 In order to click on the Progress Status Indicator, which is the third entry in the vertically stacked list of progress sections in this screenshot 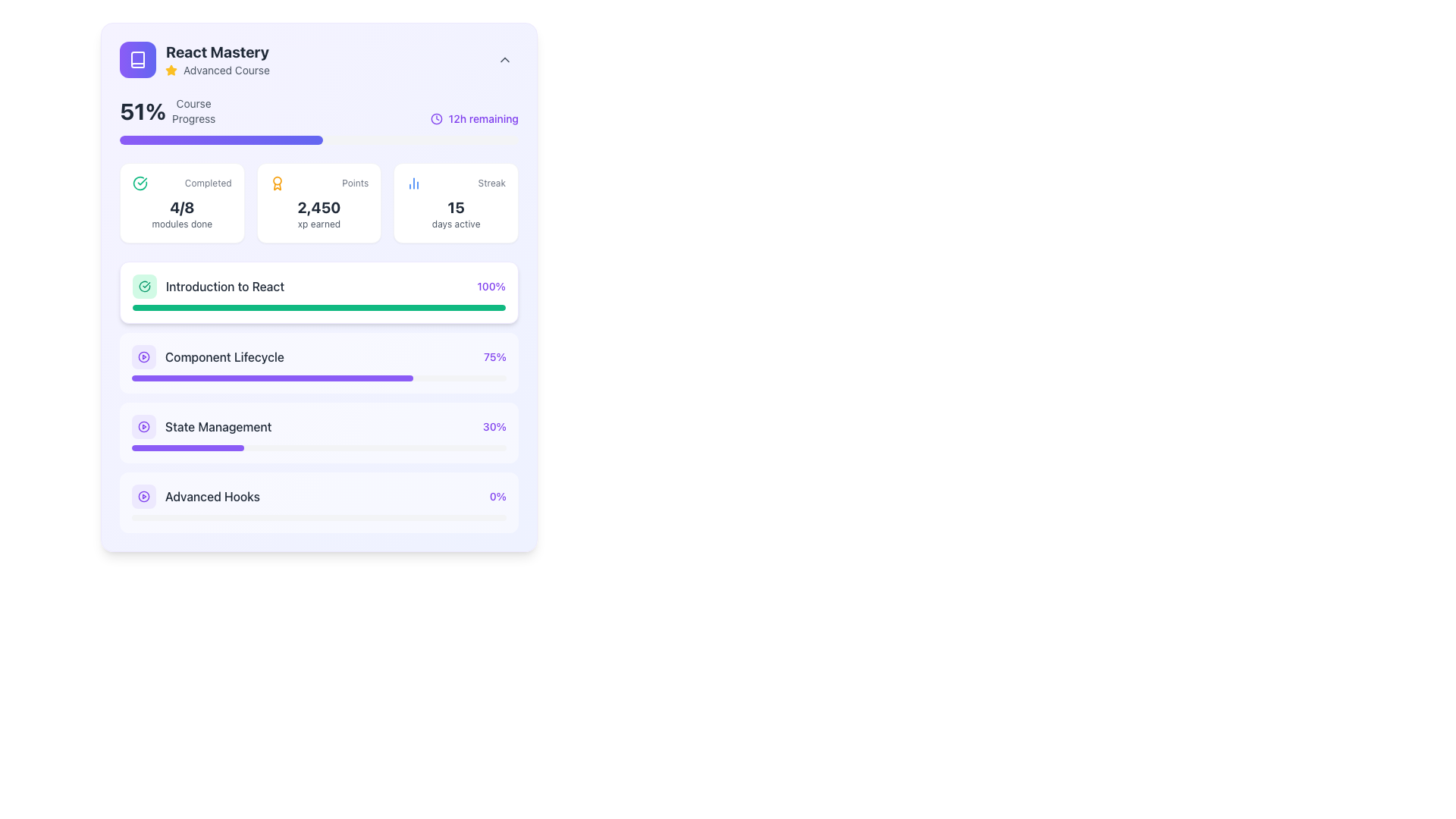, I will do `click(318, 427)`.